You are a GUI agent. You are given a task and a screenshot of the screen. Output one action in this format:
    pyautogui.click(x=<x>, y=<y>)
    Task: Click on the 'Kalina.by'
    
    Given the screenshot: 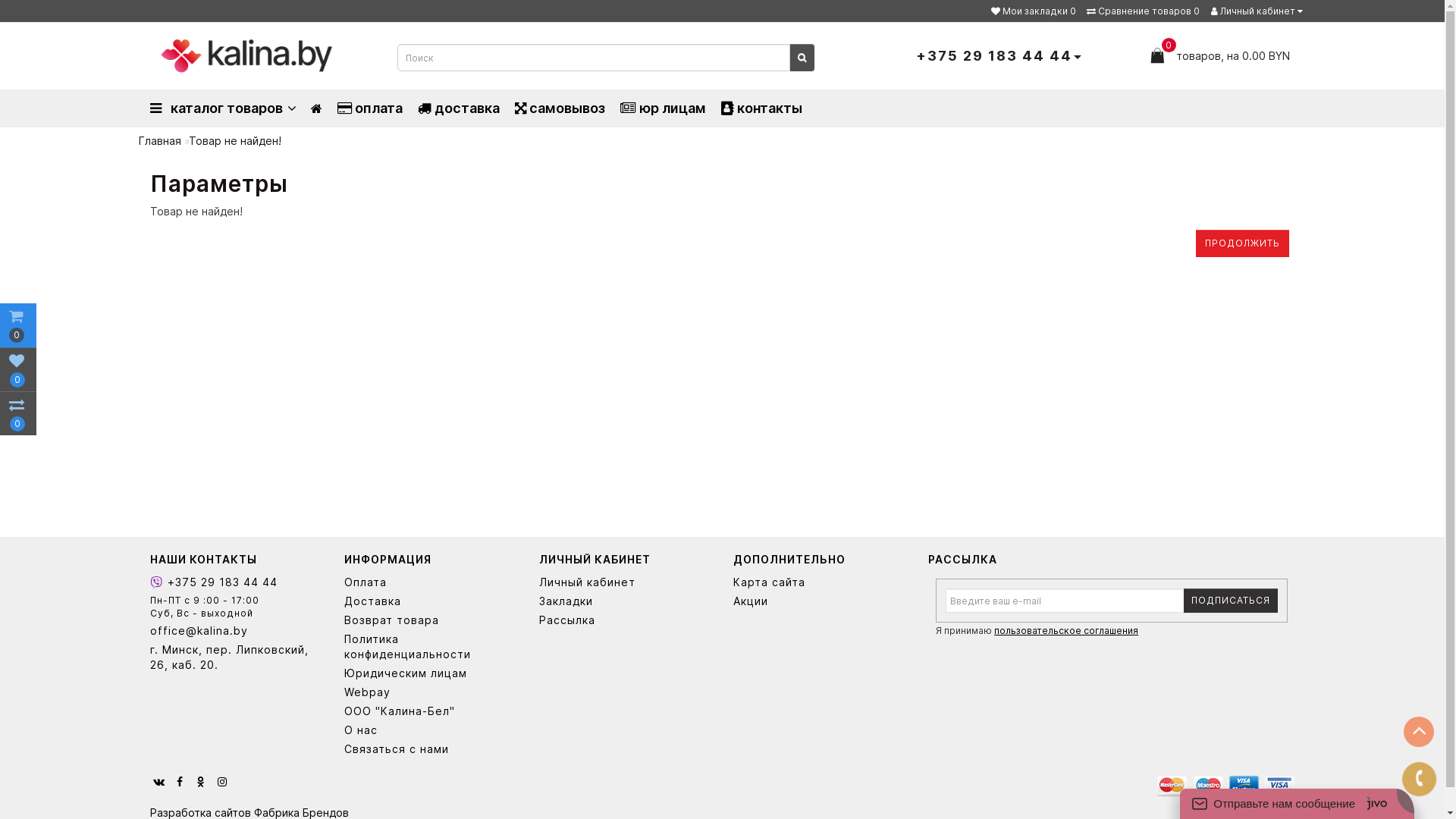 What is the action you would take?
    pyautogui.click(x=160, y=55)
    